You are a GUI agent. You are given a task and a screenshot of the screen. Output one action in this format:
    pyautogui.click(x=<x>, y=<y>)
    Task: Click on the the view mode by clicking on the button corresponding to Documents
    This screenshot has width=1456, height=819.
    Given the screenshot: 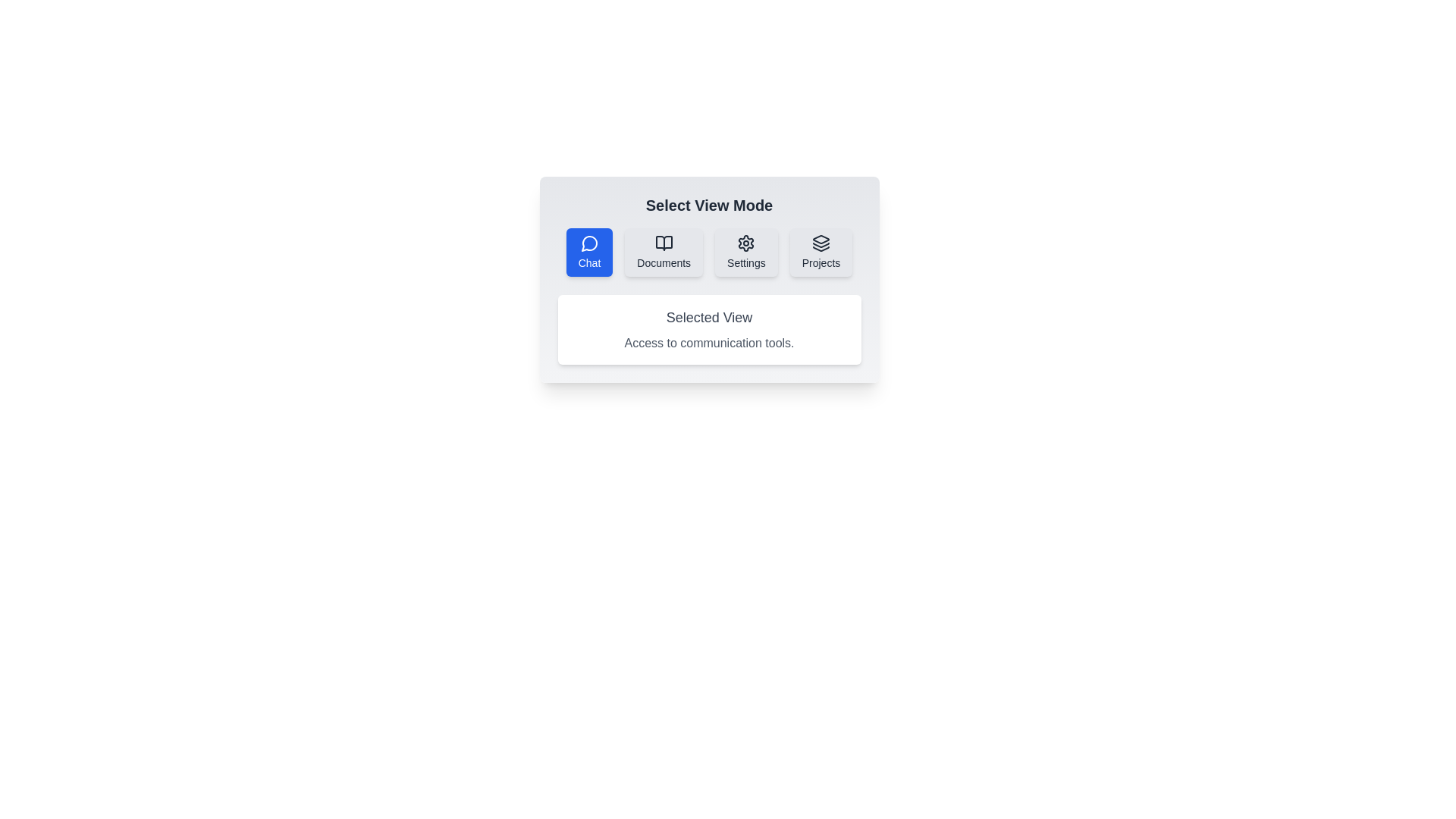 What is the action you would take?
    pyautogui.click(x=664, y=251)
    